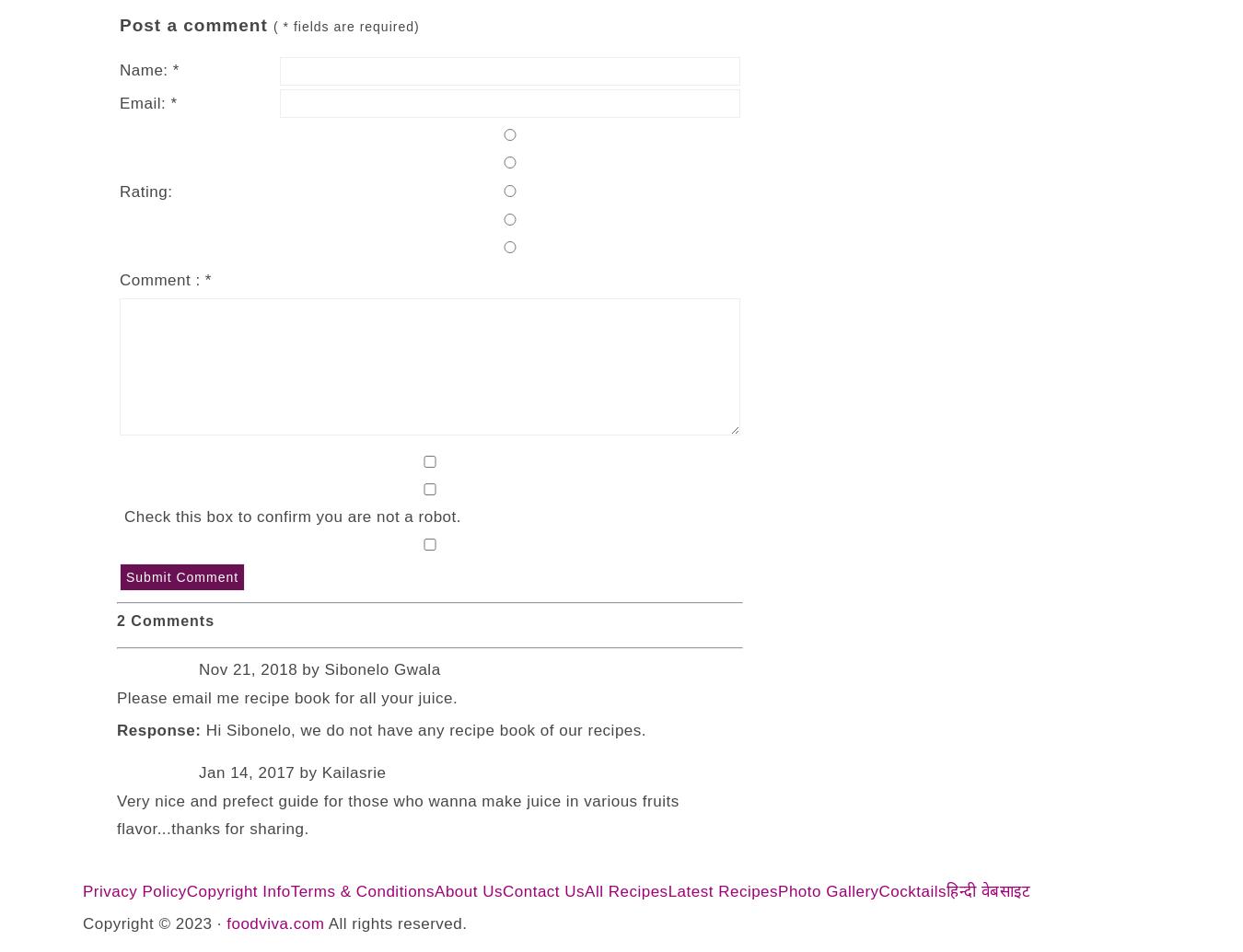  Describe the element at coordinates (624, 889) in the screenshot. I see `'All Recipes'` at that location.